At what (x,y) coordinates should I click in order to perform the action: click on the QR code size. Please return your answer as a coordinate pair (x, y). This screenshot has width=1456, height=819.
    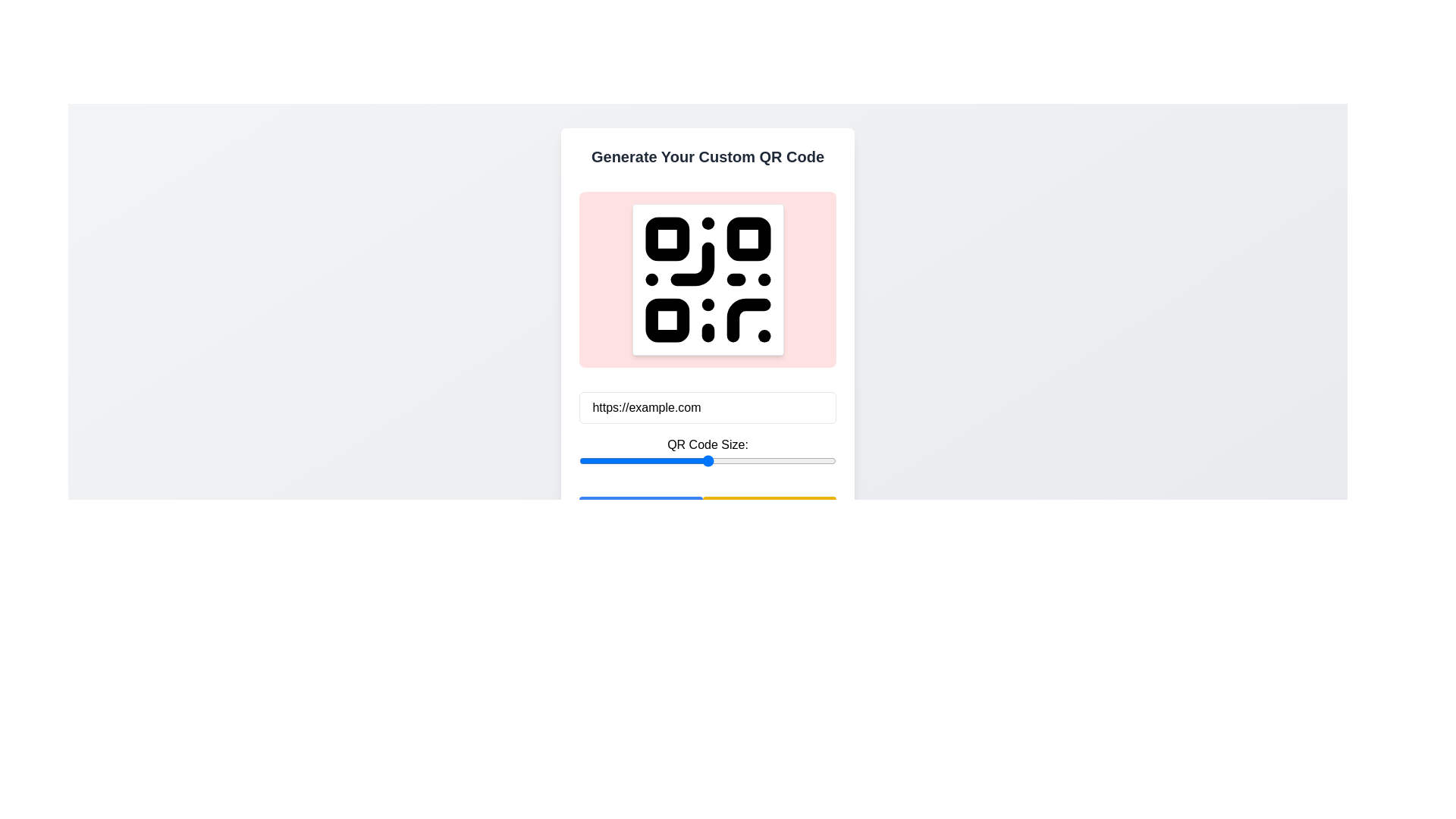
    Looking at the image, I should click on (765, 460).